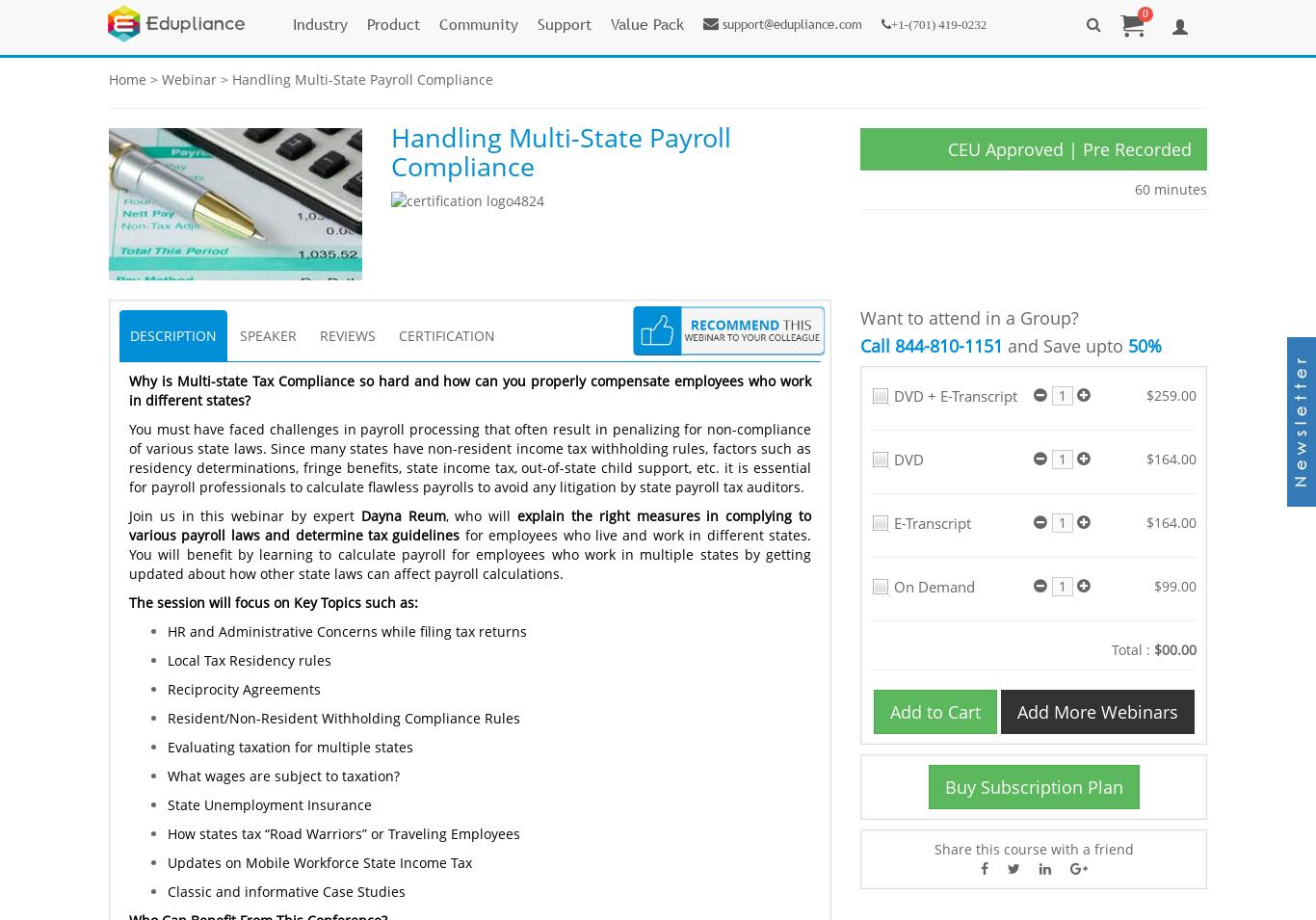 This screenshot has height=920, width=1316. What do you see at coordinates (152, 78) in the screenshot?
I see `'>'` at bounding box center [152, 78].